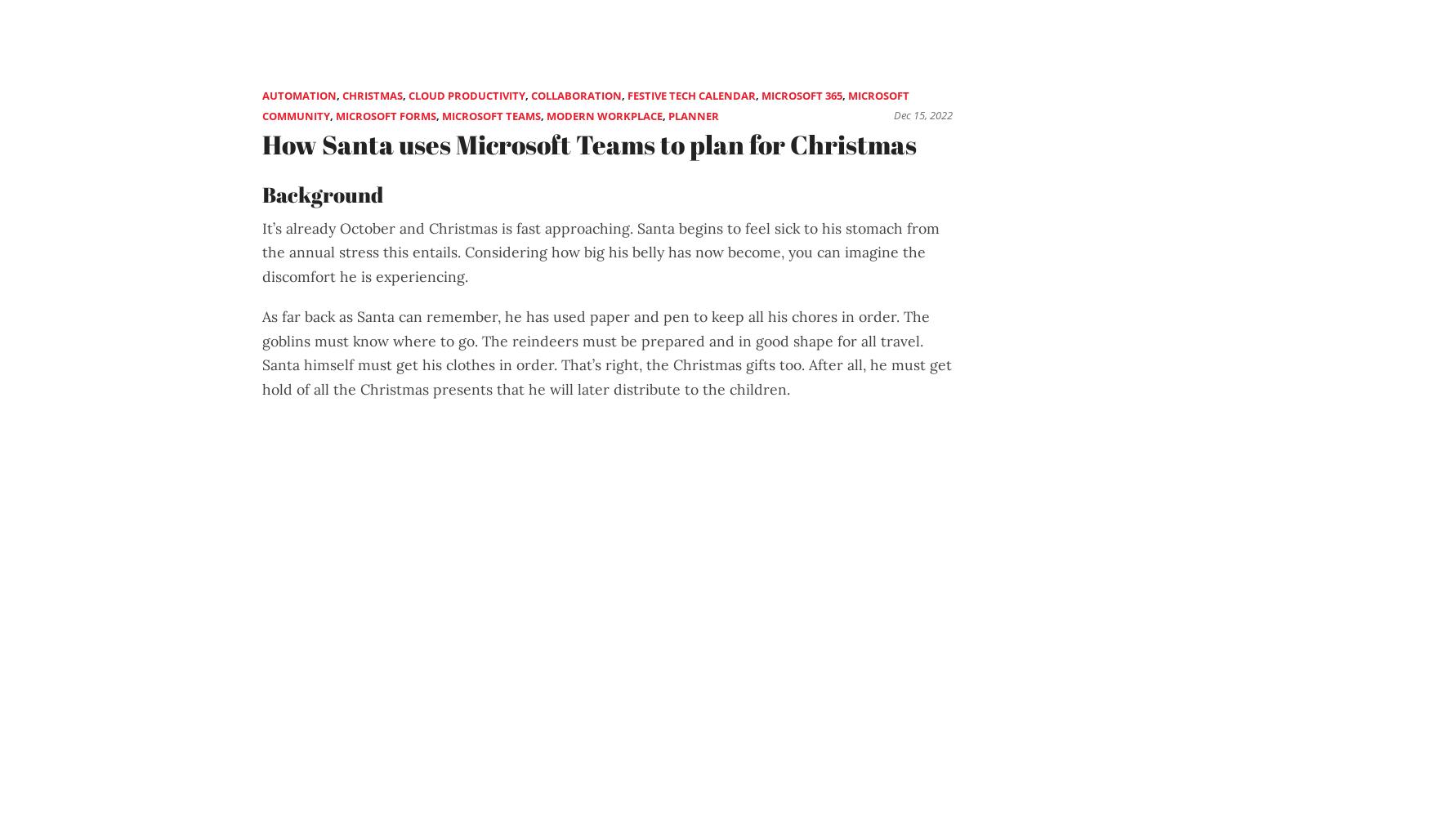  I want to click on 'Background', so click(323, 193).